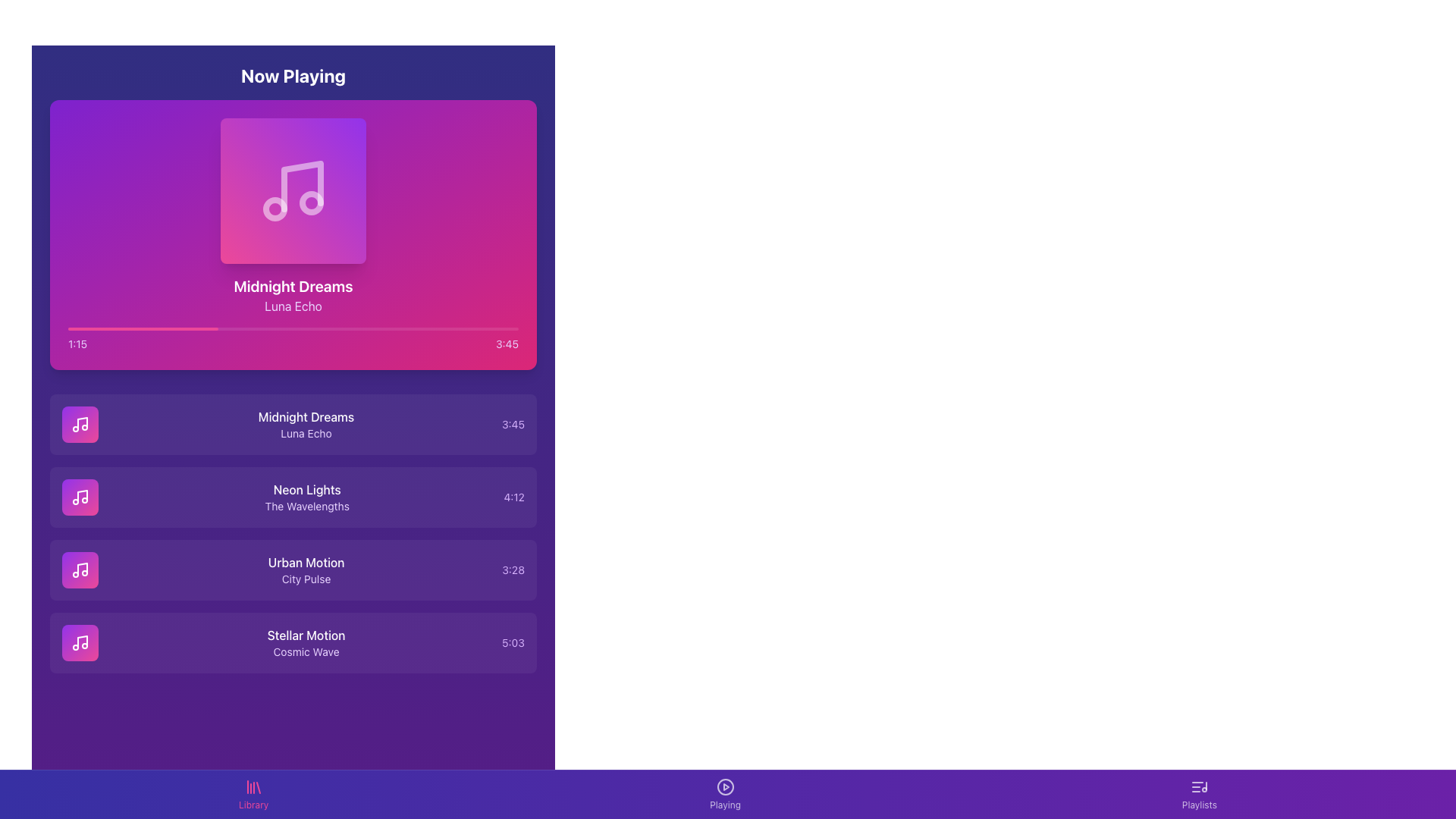 Image resolution: width=1456 pixels, height=819 pixels. What do you see at coordinates (306, 651) in the screenshot?
I see `text element displaying 'Cosmic Wave' styled in a small font with a light purple color, located beneath the song title 'Stellar Motion' in the details section of the list entry` at bounding box center [306, 651].